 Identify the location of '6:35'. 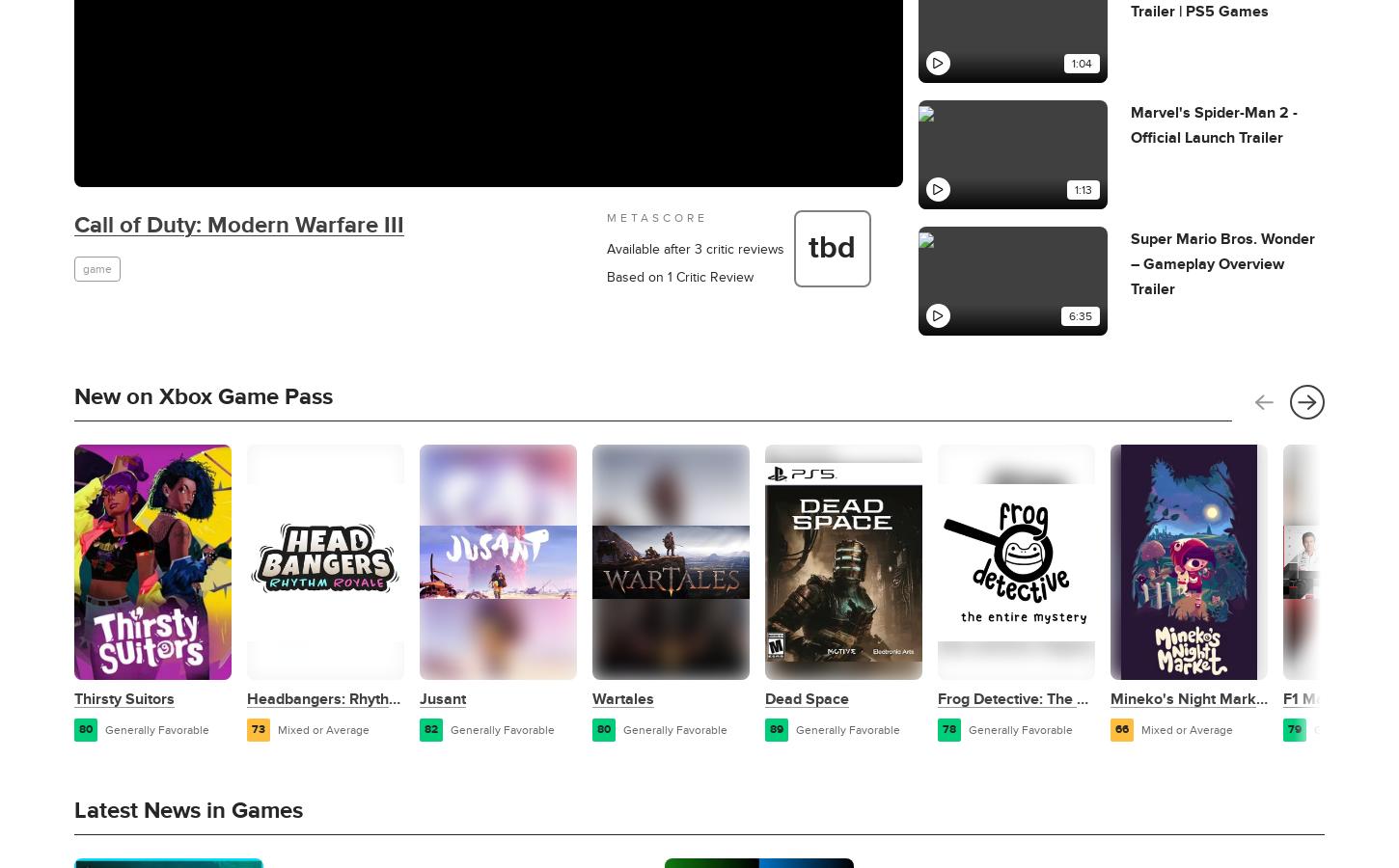
(1078, 313).